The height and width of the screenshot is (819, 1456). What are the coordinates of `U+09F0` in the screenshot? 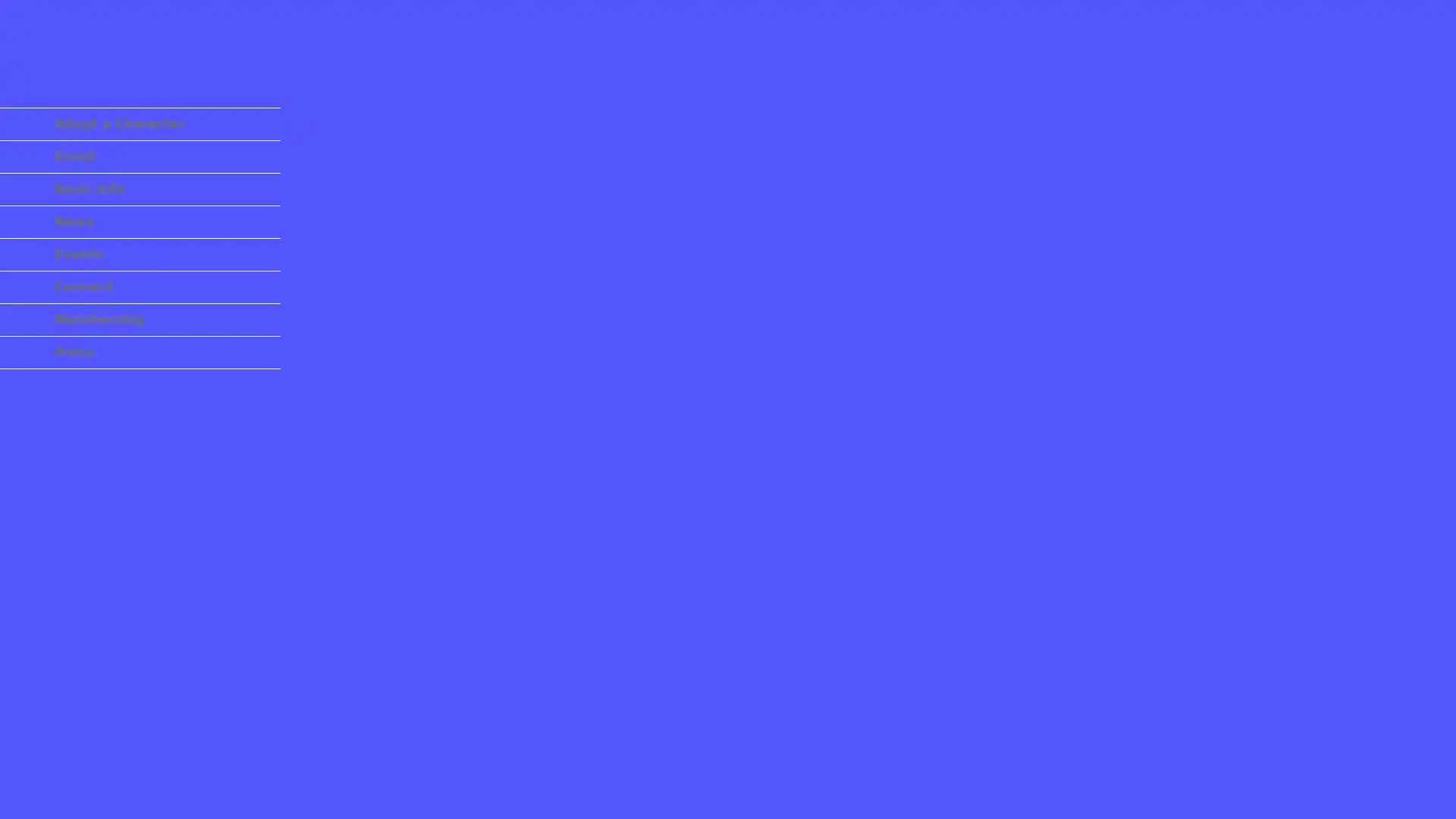 It's located at (570, 650).